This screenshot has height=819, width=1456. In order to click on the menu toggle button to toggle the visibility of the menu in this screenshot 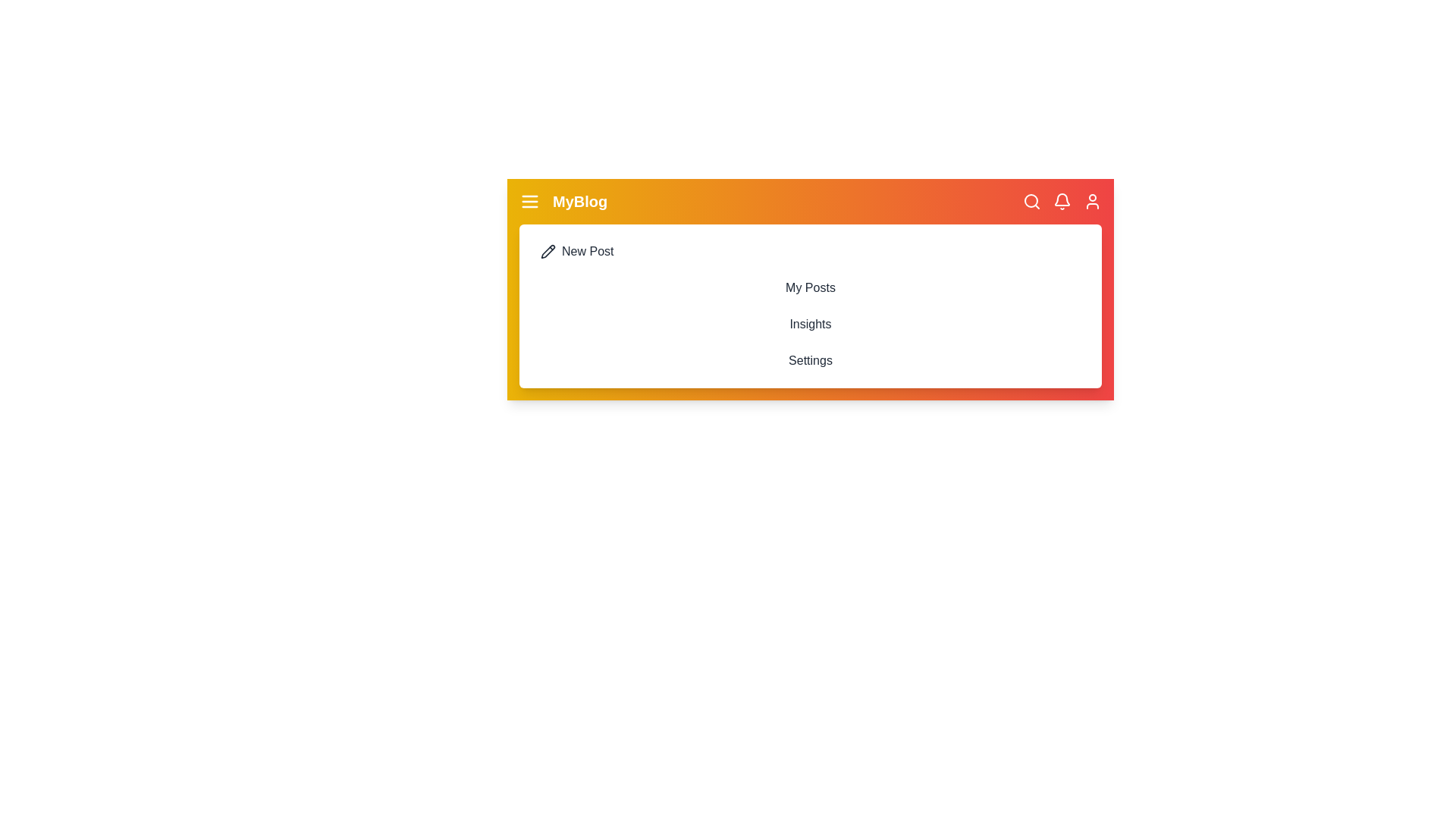, I will do `click(530, 201)`.